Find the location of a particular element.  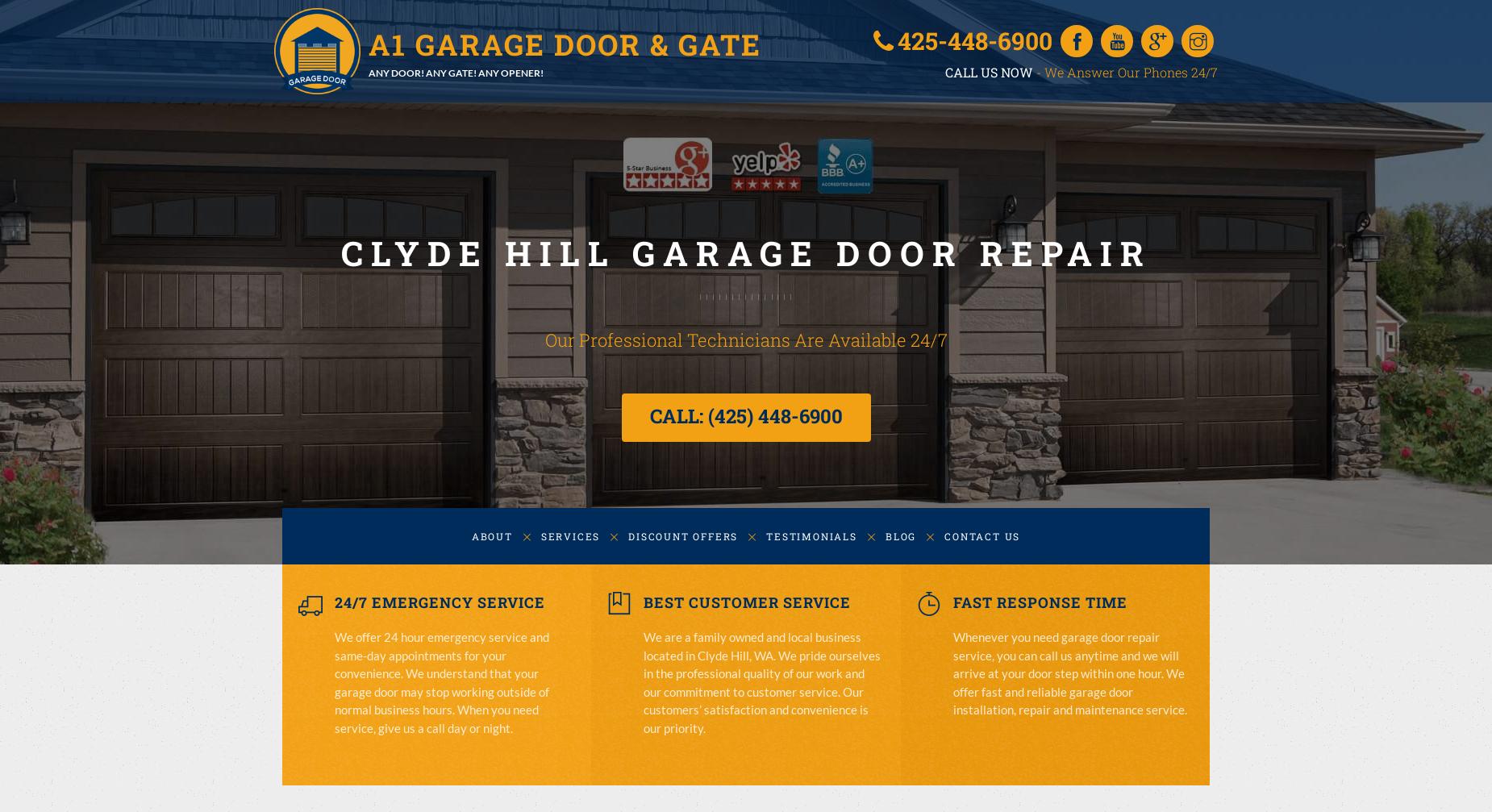

'425-448-6900' is located at coordinates (973, 40).